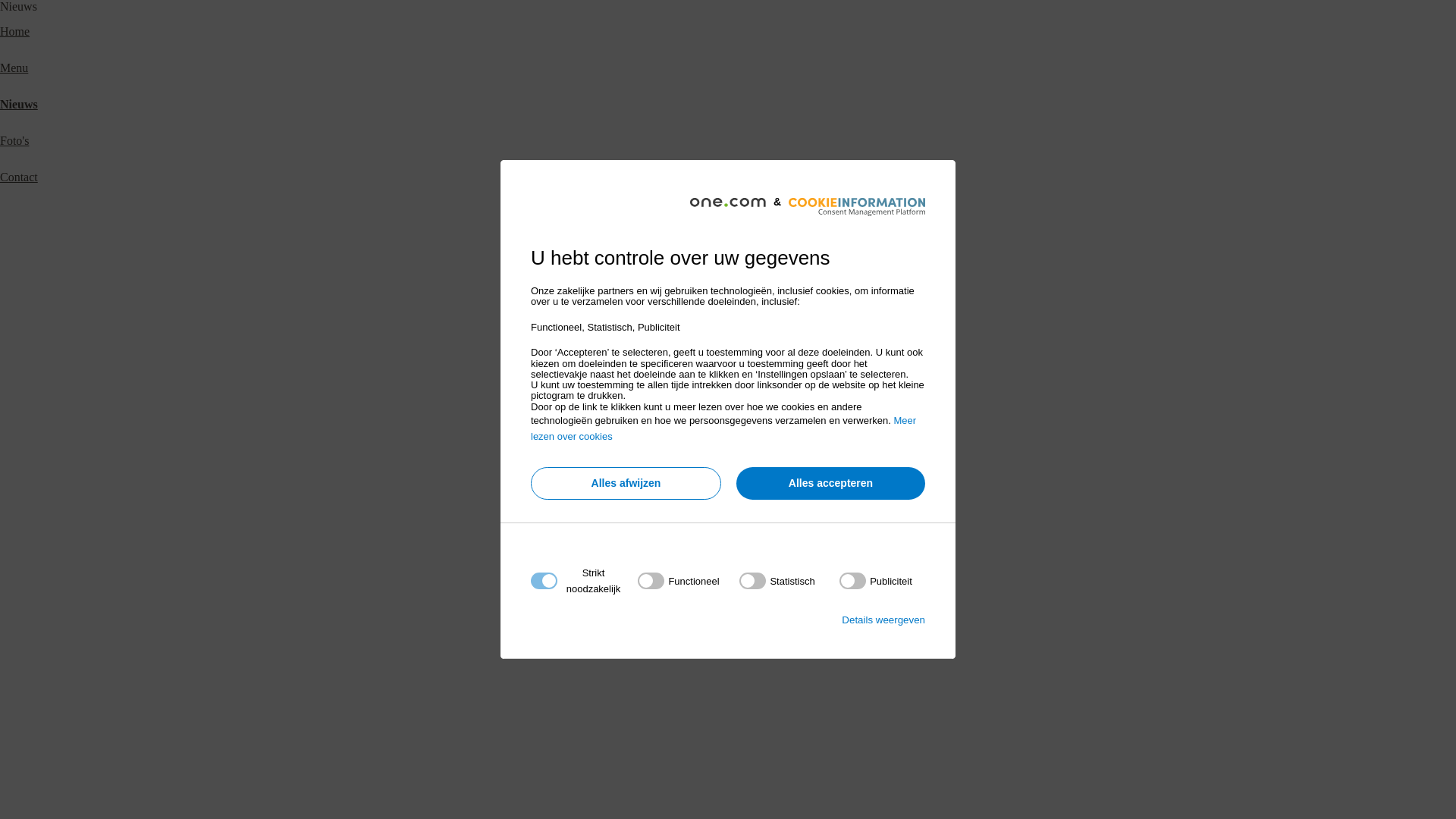 The image size is (1456, 819). What do you see at coordinates (0, 176) in the screenshot?
I see `'Contact'` at bounding box center [0, 176].